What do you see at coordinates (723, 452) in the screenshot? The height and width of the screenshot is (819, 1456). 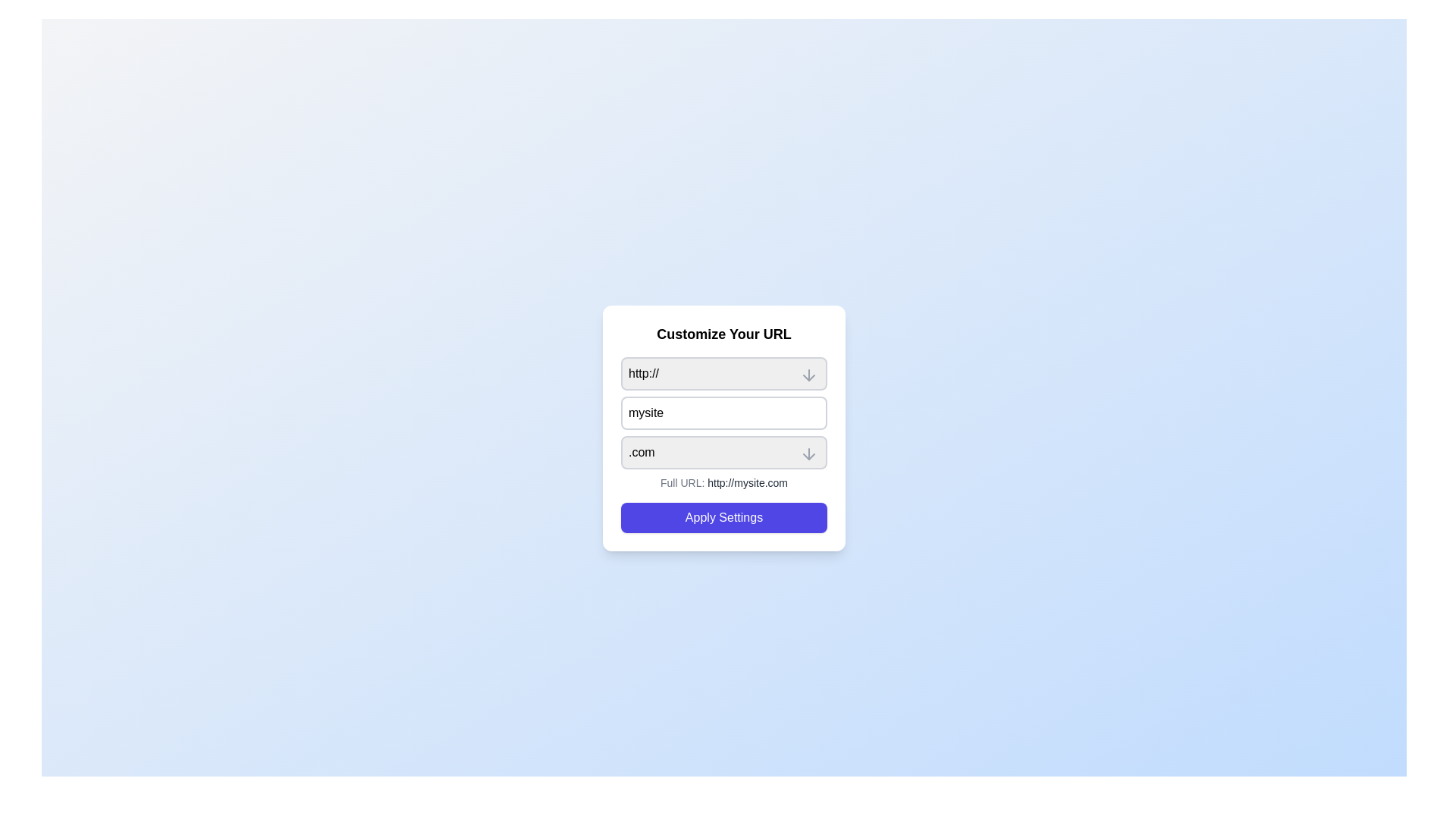 I see `the dropdown menu displaying '.com' in the 'Customize Your URL' form` at bounding box center [723, 452].